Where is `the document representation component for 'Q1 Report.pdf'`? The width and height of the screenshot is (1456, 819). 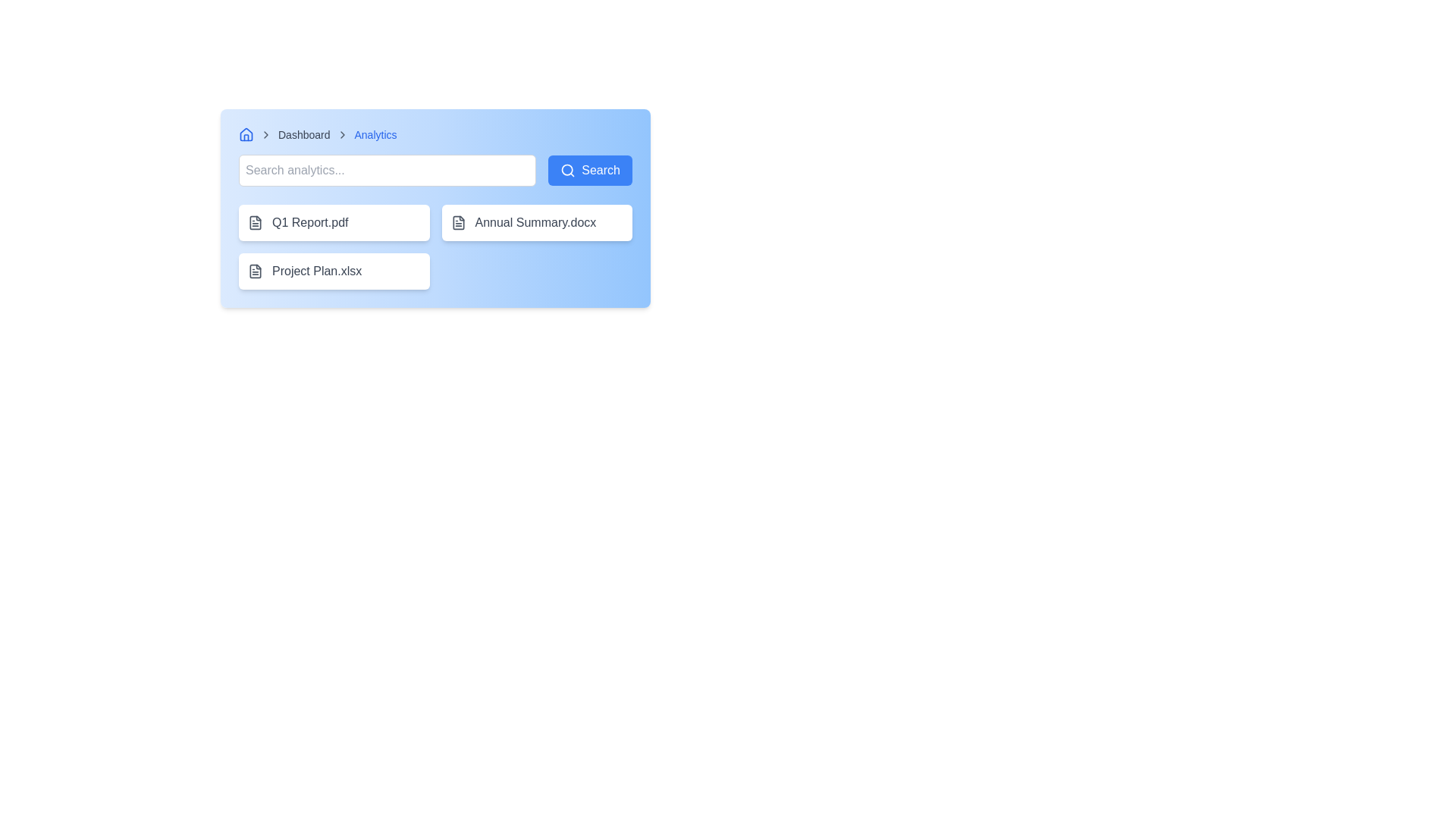 the document representation component for 'Q1 Report.pdf' is located at coordinates (333, 222).